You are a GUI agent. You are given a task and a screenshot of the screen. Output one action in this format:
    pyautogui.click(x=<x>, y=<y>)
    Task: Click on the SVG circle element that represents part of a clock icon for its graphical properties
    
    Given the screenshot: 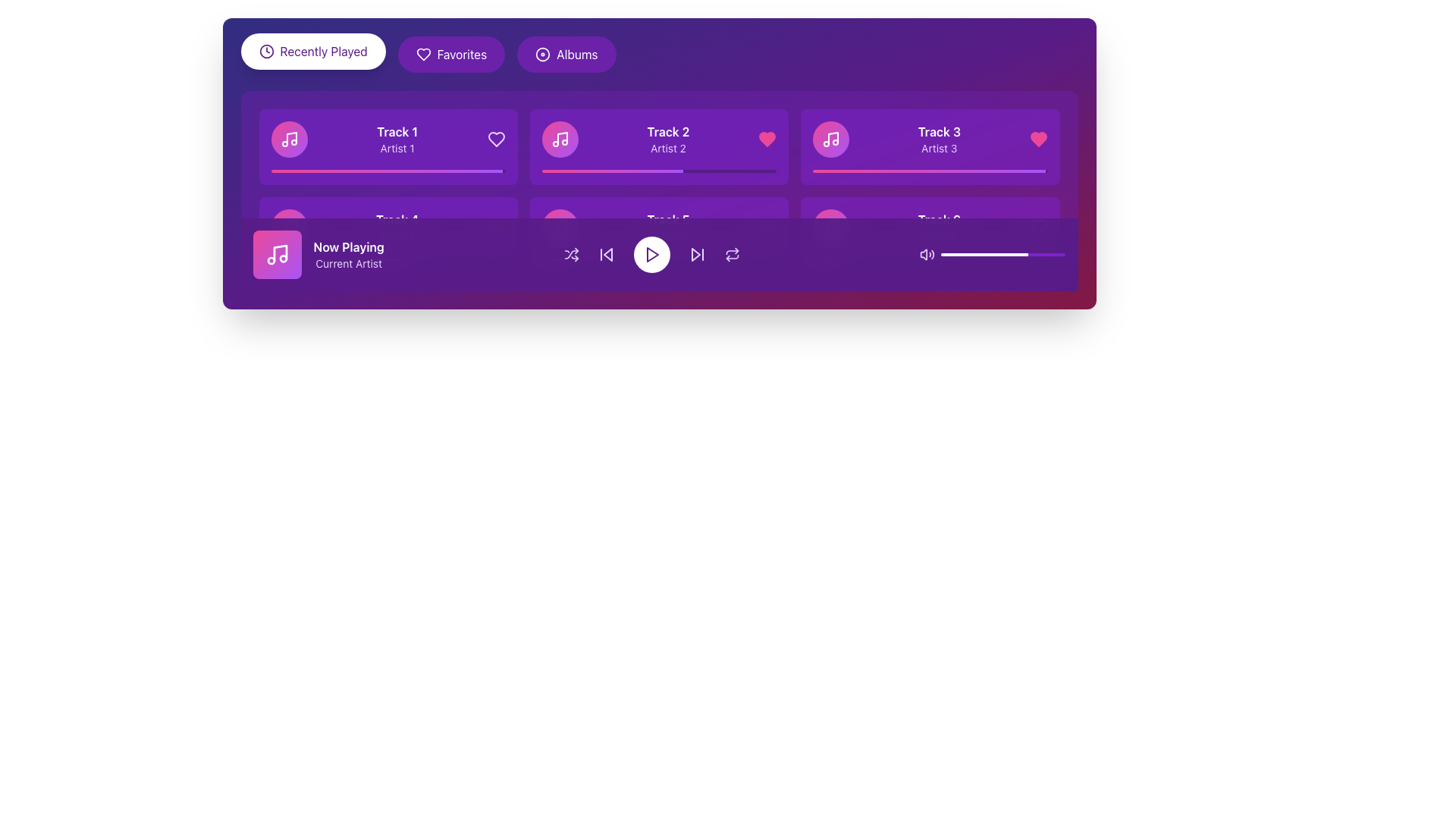 What is the action you would take?
    pyautogui.click(x=266, y=51)
    